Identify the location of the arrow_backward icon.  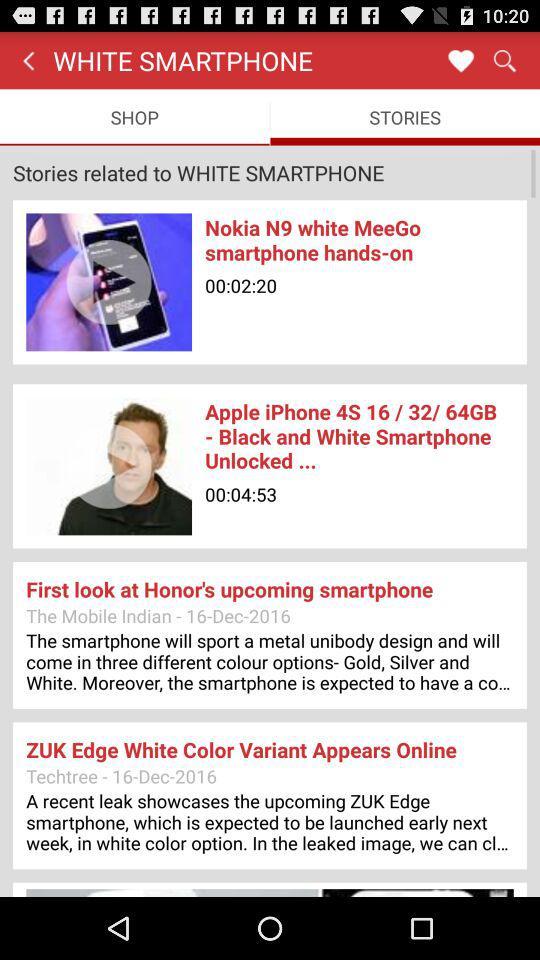
(27, 64).